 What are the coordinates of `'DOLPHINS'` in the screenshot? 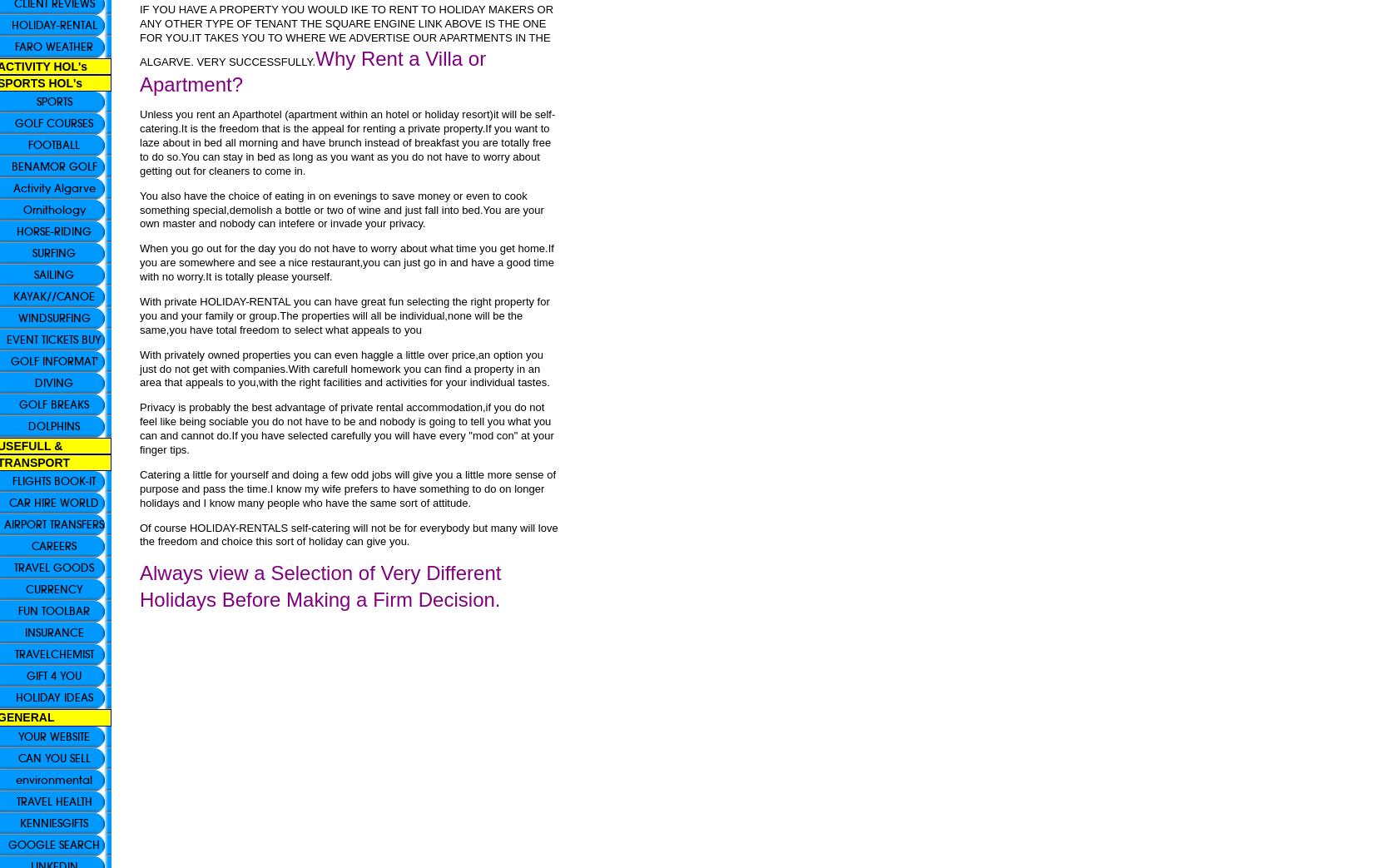 It's located at (54, 425).